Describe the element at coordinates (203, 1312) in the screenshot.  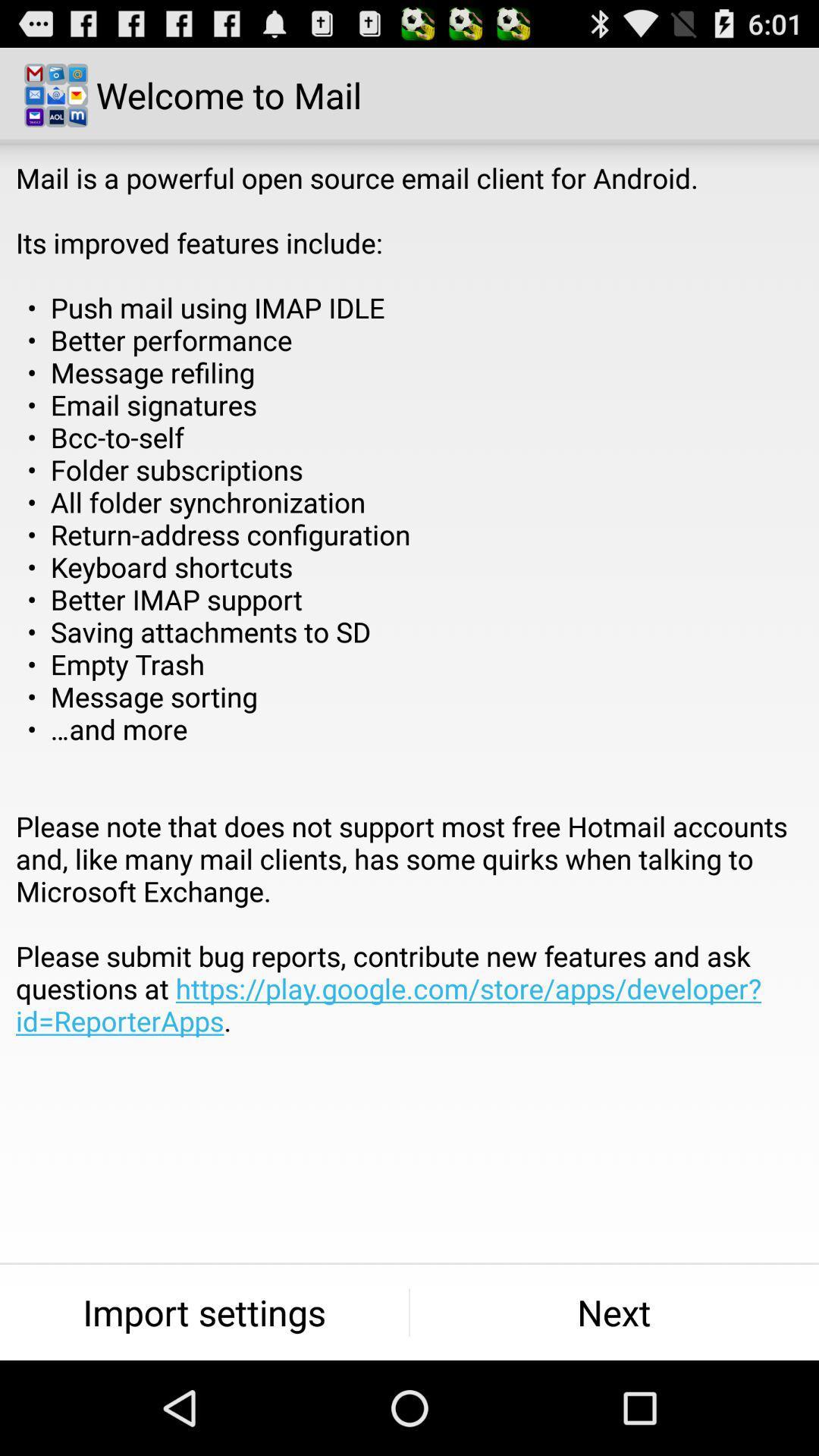
I see `import settings` at that location.